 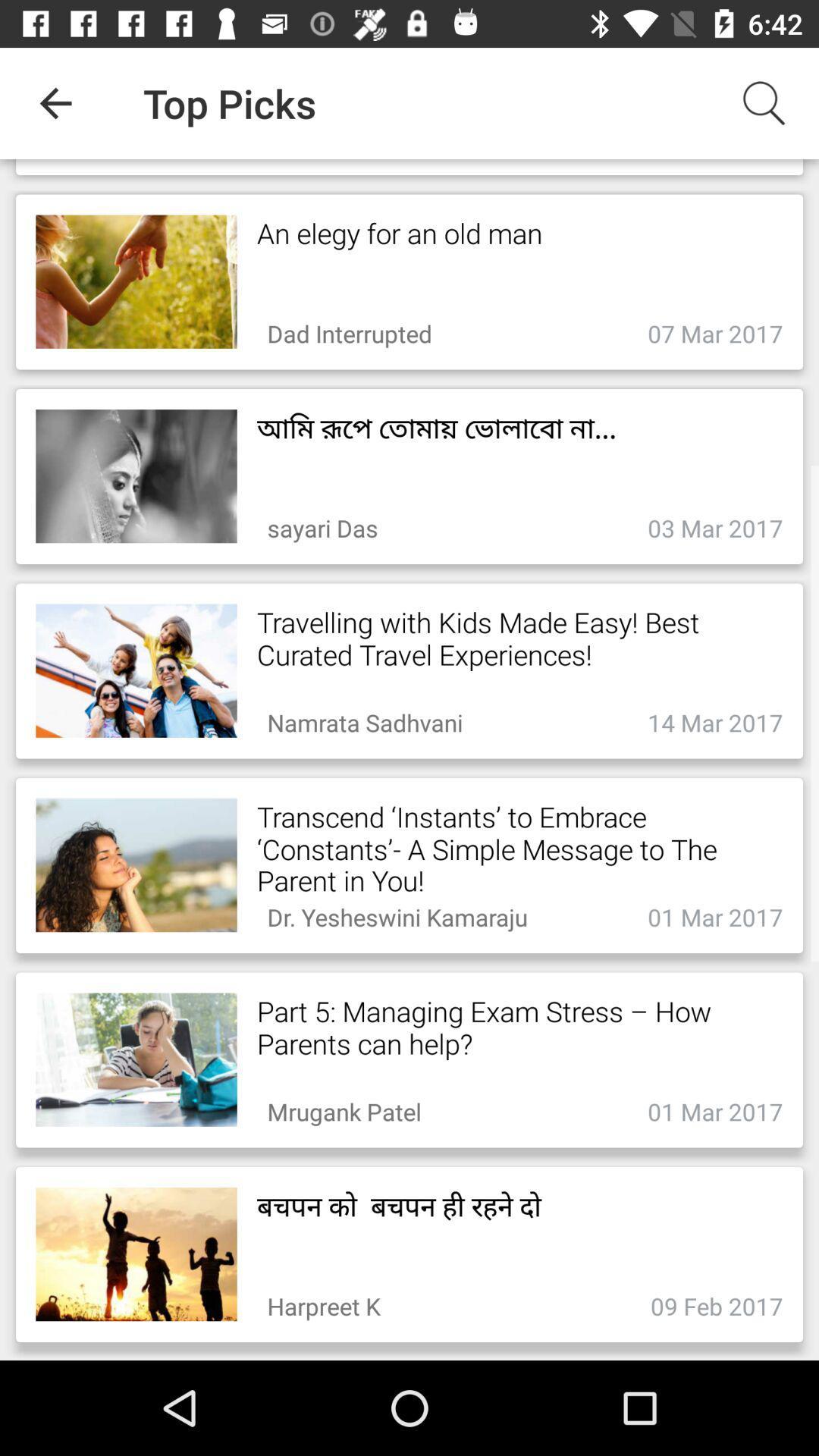 What do you see at coordinates (344, 1107) in the screenshot?
I see `the icon next to 01 mar 2017 icon` at bounding box center [344, 1107].